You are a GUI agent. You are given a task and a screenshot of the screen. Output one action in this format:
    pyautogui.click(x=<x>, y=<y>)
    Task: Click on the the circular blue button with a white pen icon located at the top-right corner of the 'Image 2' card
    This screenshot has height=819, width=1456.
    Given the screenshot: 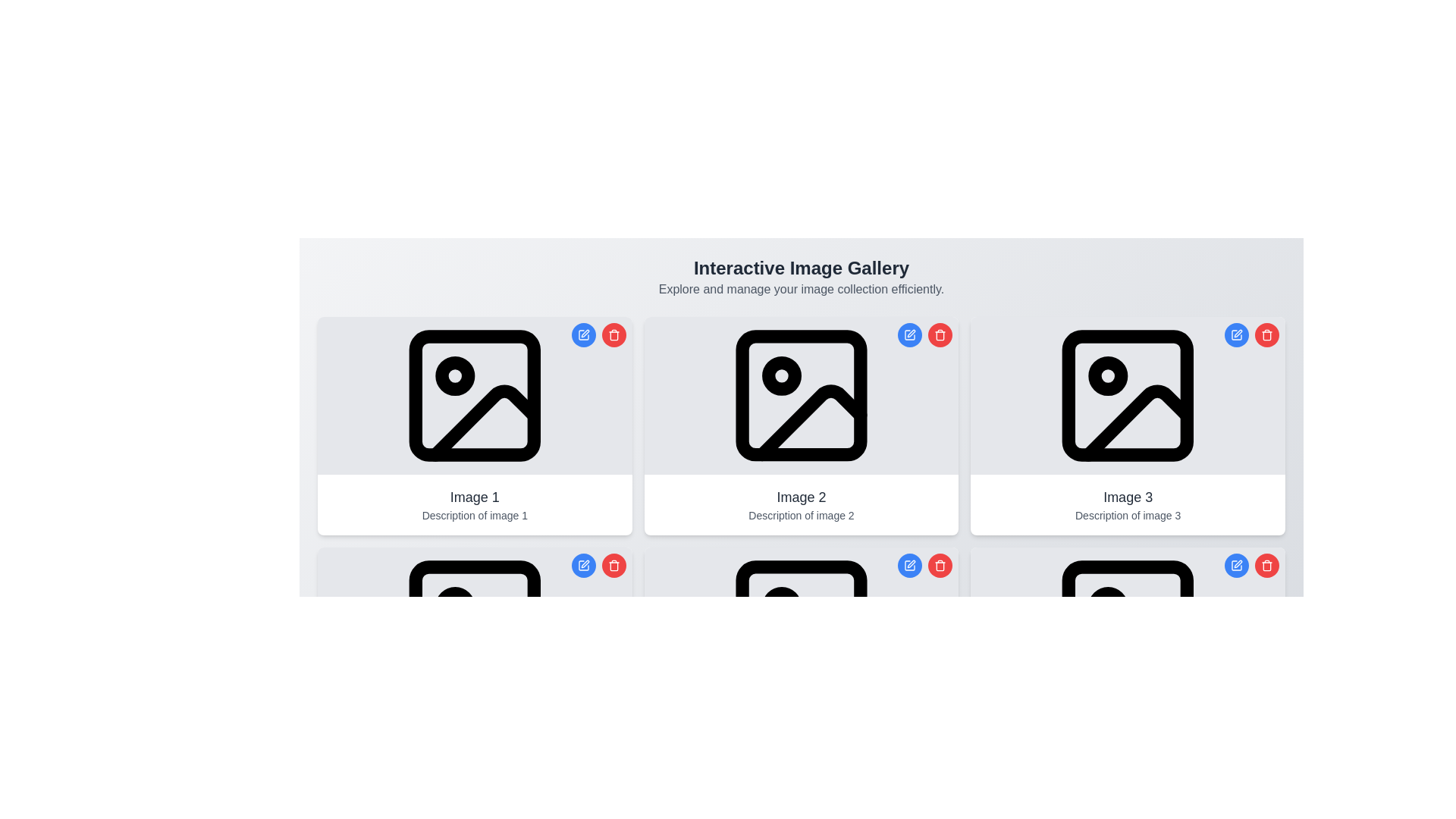 What is the action you would take?
    pyautogui.click(x=910, y=565)
    